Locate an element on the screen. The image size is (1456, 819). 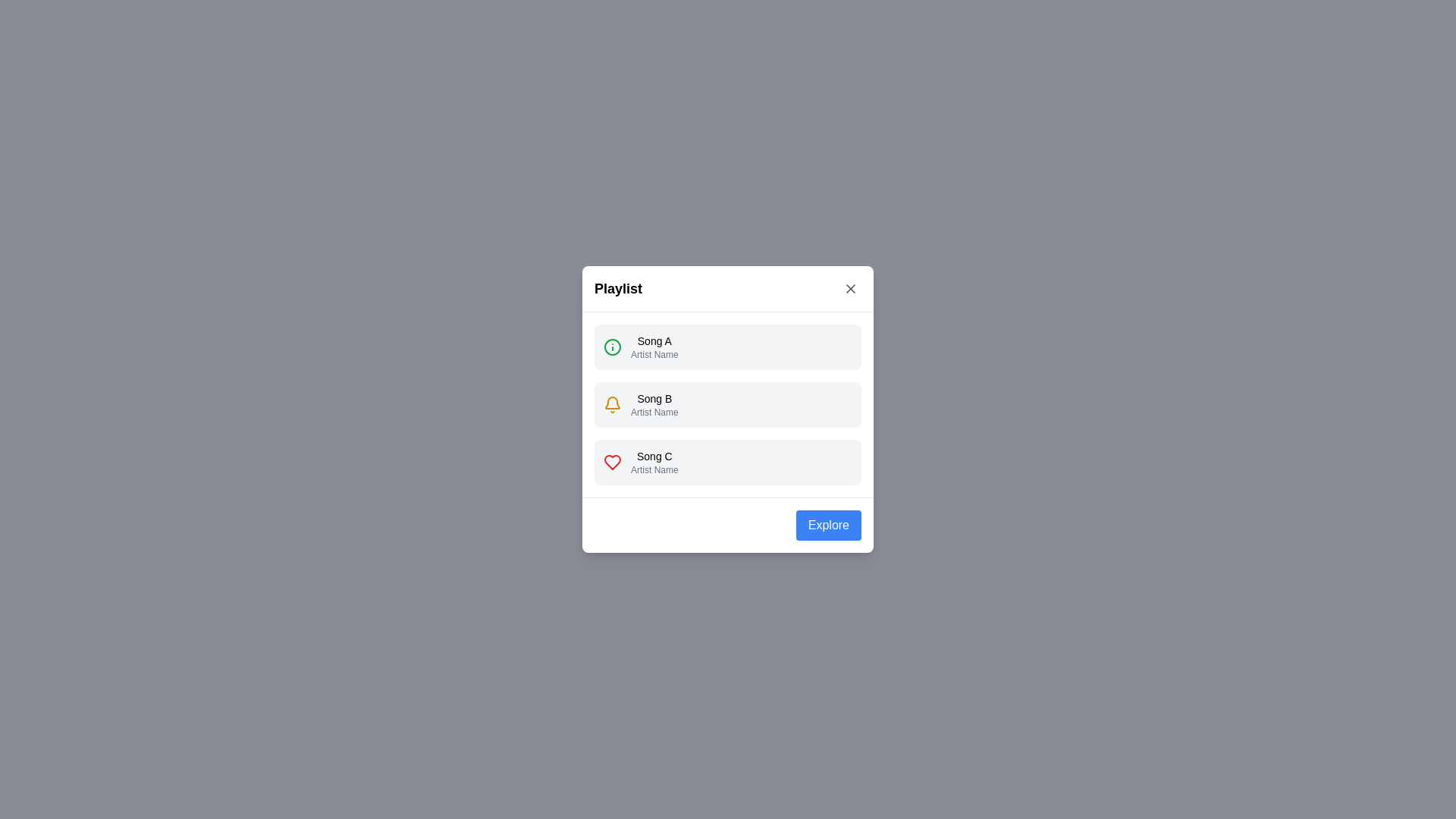
text displayed in the title and artist name of the first song in the playlist, located in the card layout to the right of a circular green icon is located at coordinates (654, 347).